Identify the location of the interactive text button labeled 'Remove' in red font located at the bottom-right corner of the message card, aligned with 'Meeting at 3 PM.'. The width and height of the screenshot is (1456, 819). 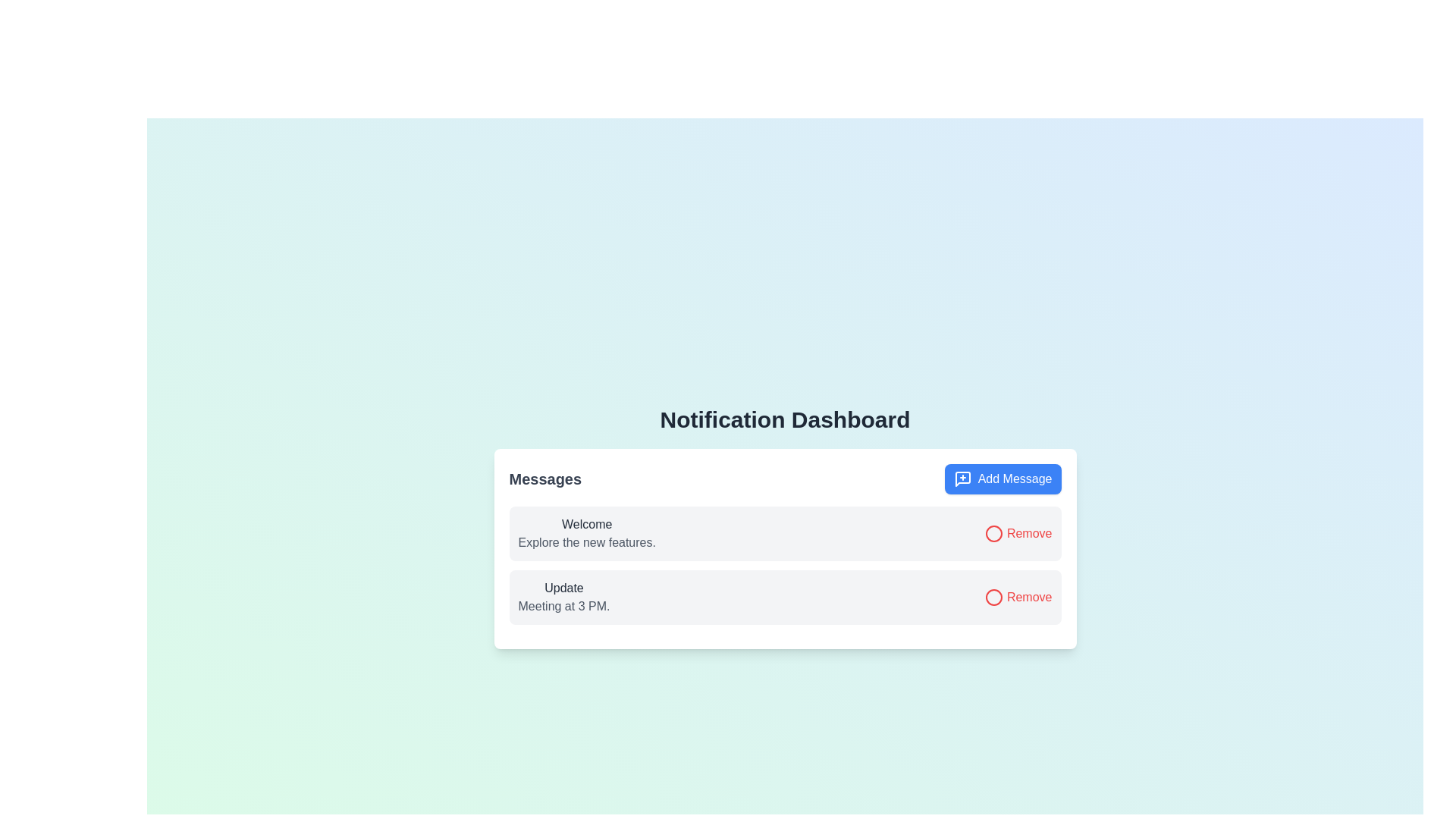
(1018, 596).